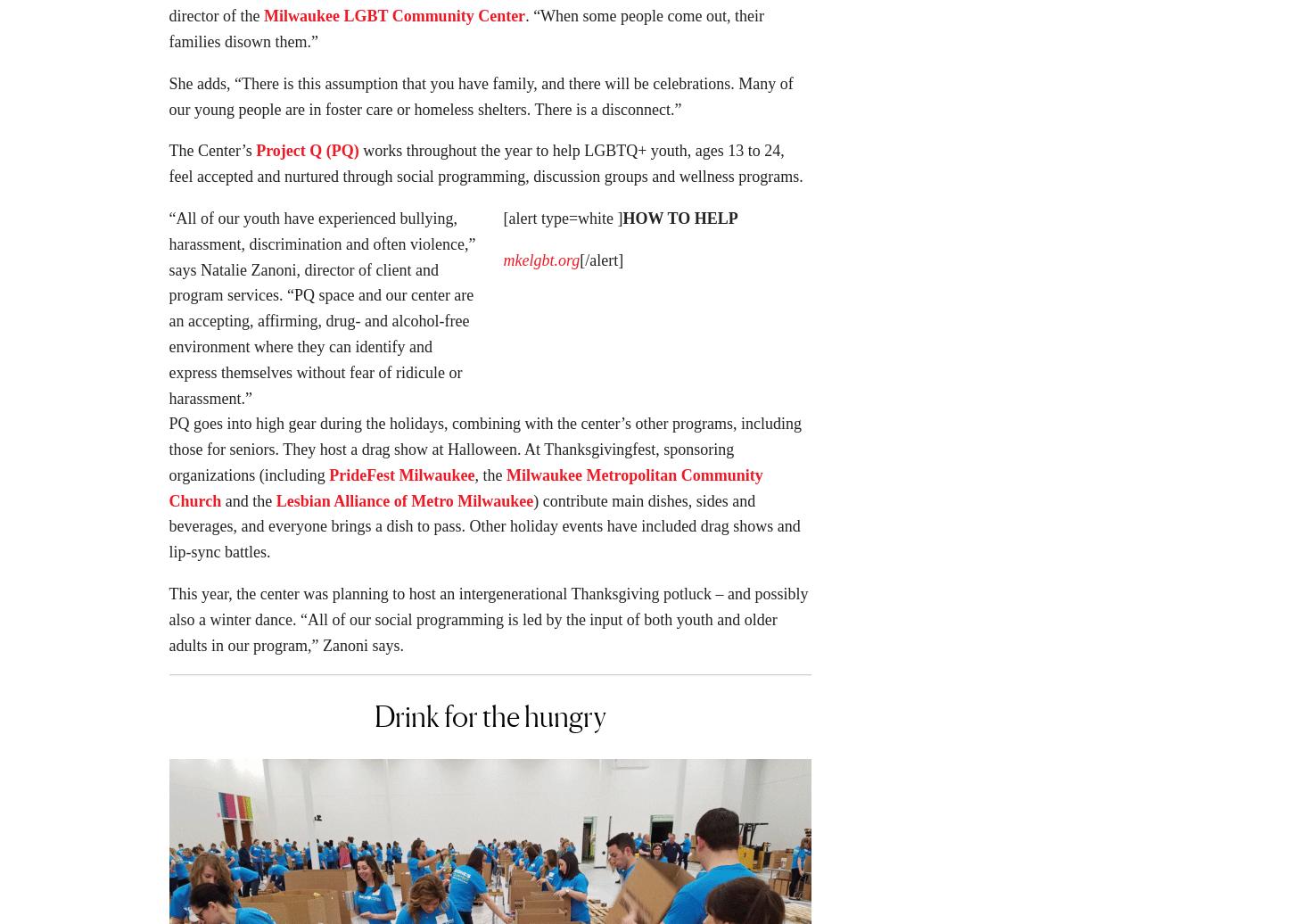 Image resolution: width=1293 pixels, height=924 pixels. What do you see at coordinates (622, 224) in the screenshot?
I see `'HOW TO HELP'` at bounding box center [622, 224].